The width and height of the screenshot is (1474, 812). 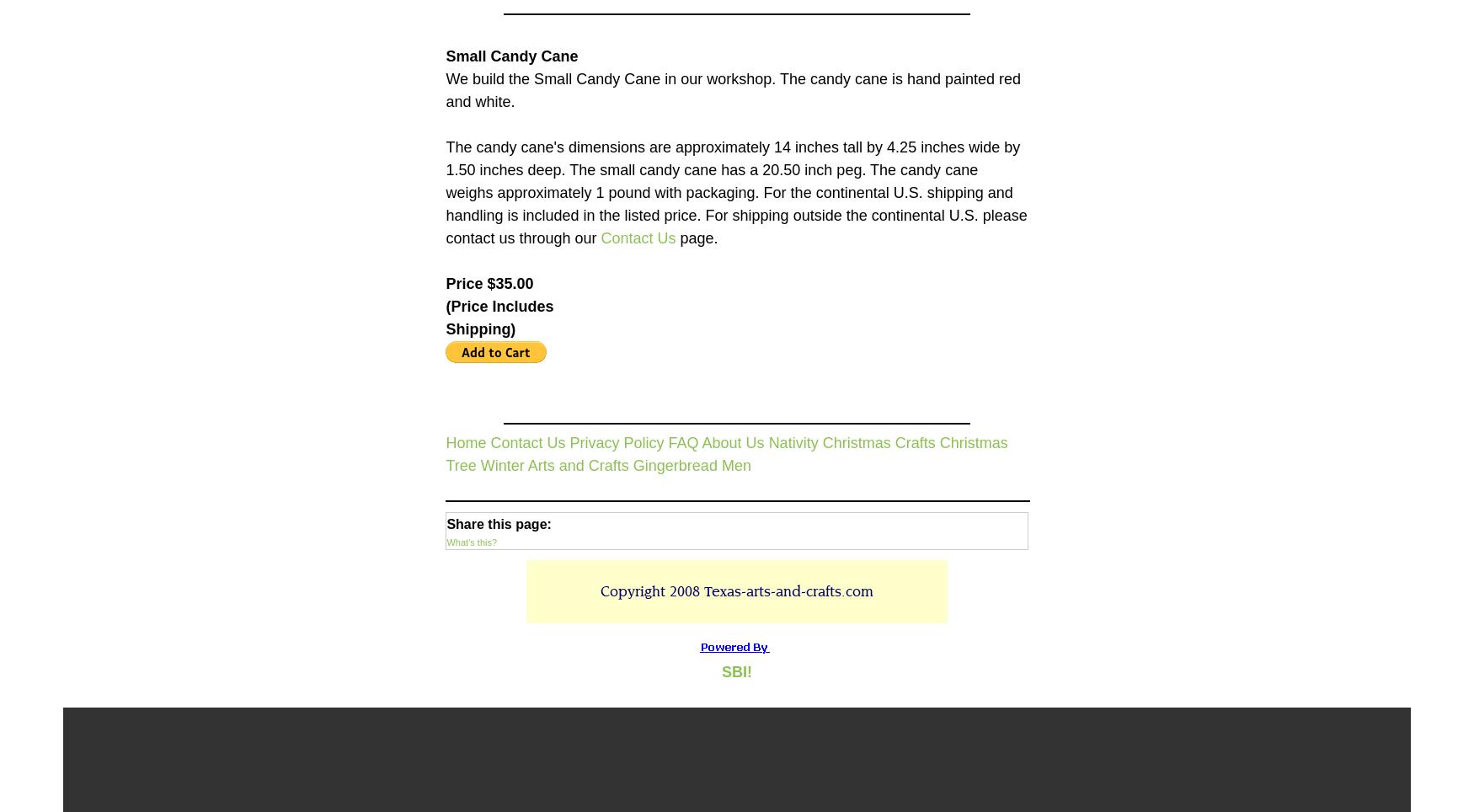 What do you see at coordinates (511, 56) in the screenshot?
I see `'Small Candy Cane'` at bounding box center [511, 56].